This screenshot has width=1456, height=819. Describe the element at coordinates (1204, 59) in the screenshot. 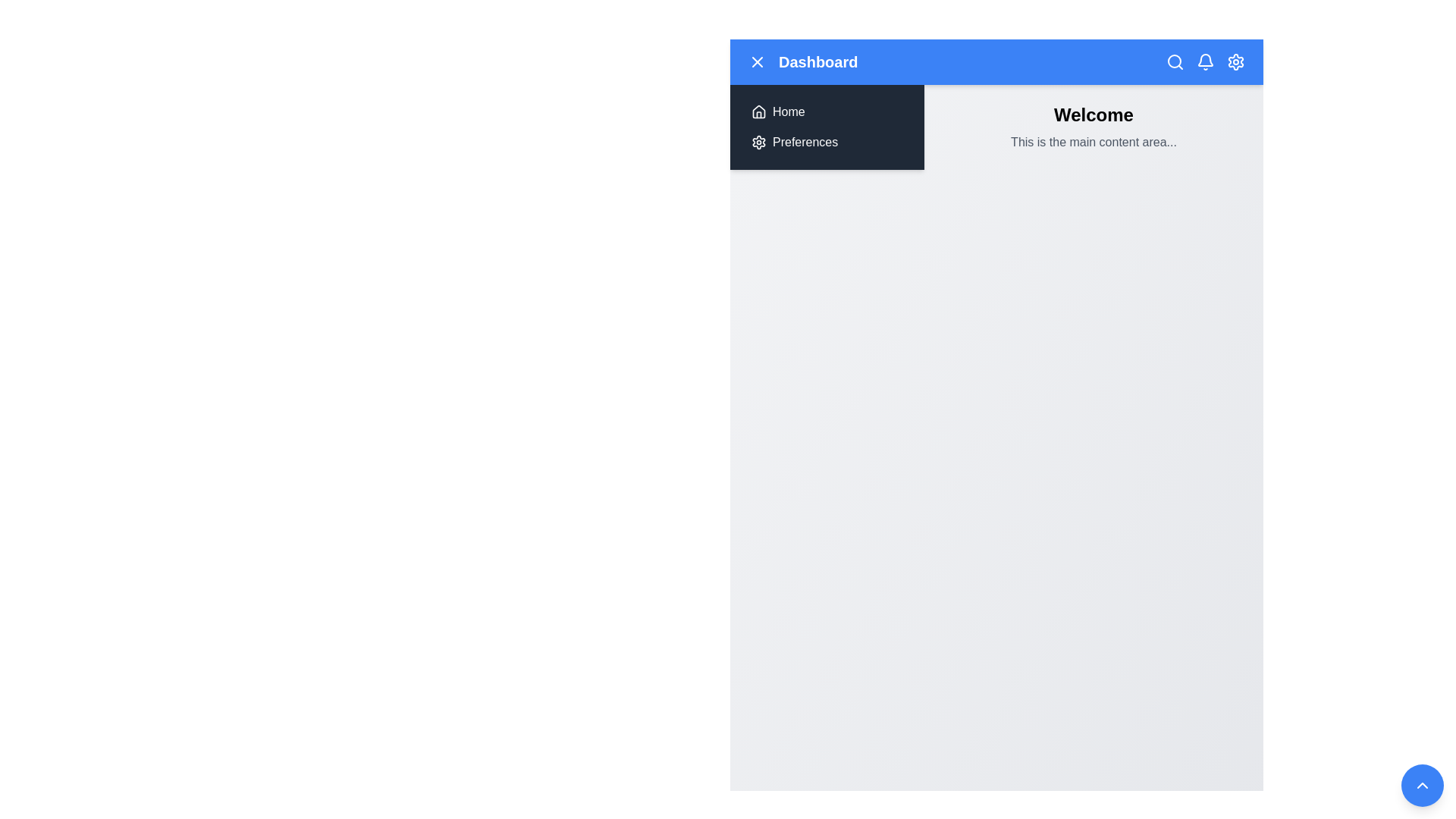

I see `the bell icon in the blue header bar, which serves as a notification indicator and is positioned to the right of the search icon and to the left of the settings cog icon` at that location.